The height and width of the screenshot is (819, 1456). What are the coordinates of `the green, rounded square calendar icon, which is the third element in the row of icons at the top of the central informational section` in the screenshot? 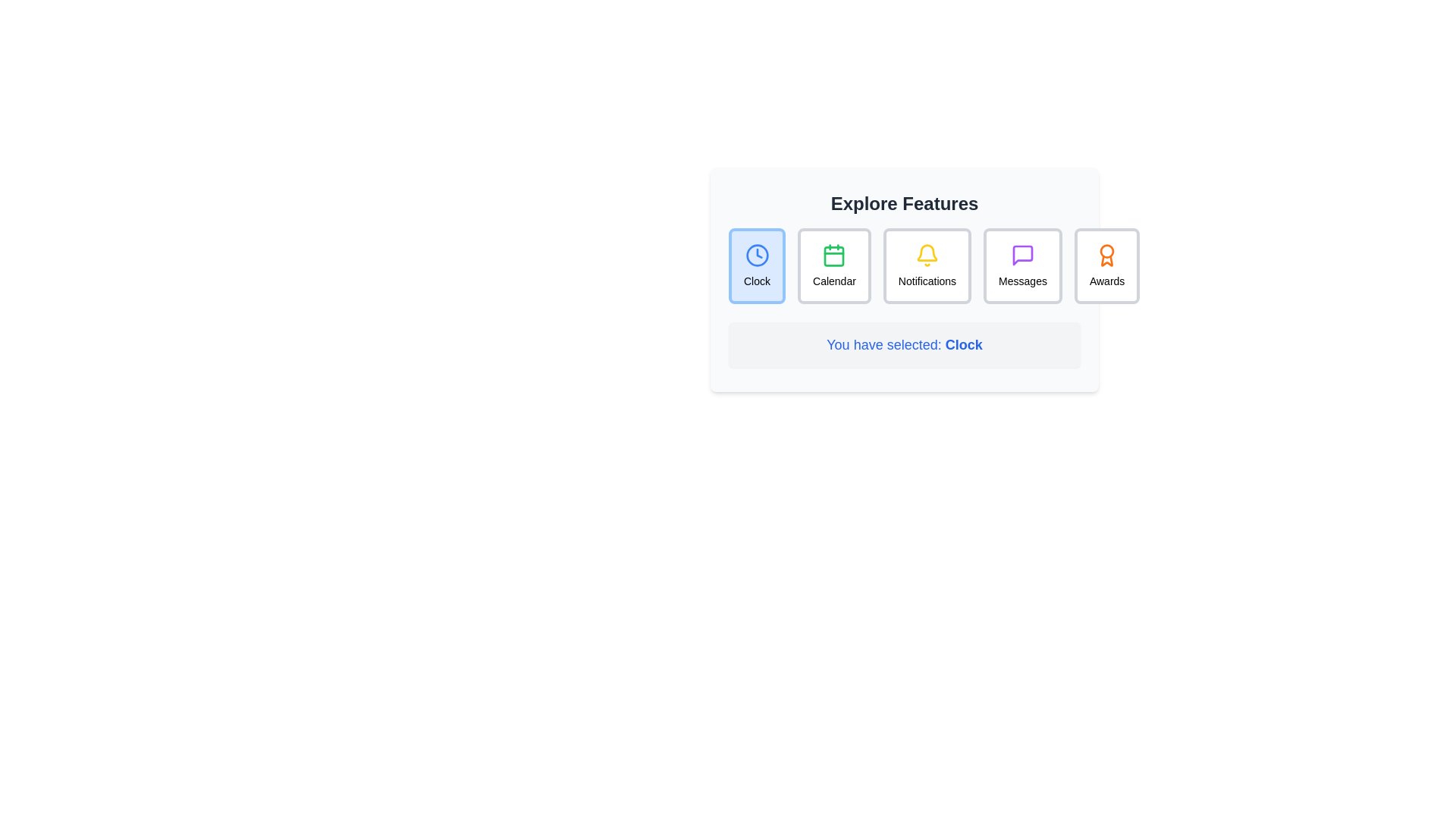 It's located at (833, 256).